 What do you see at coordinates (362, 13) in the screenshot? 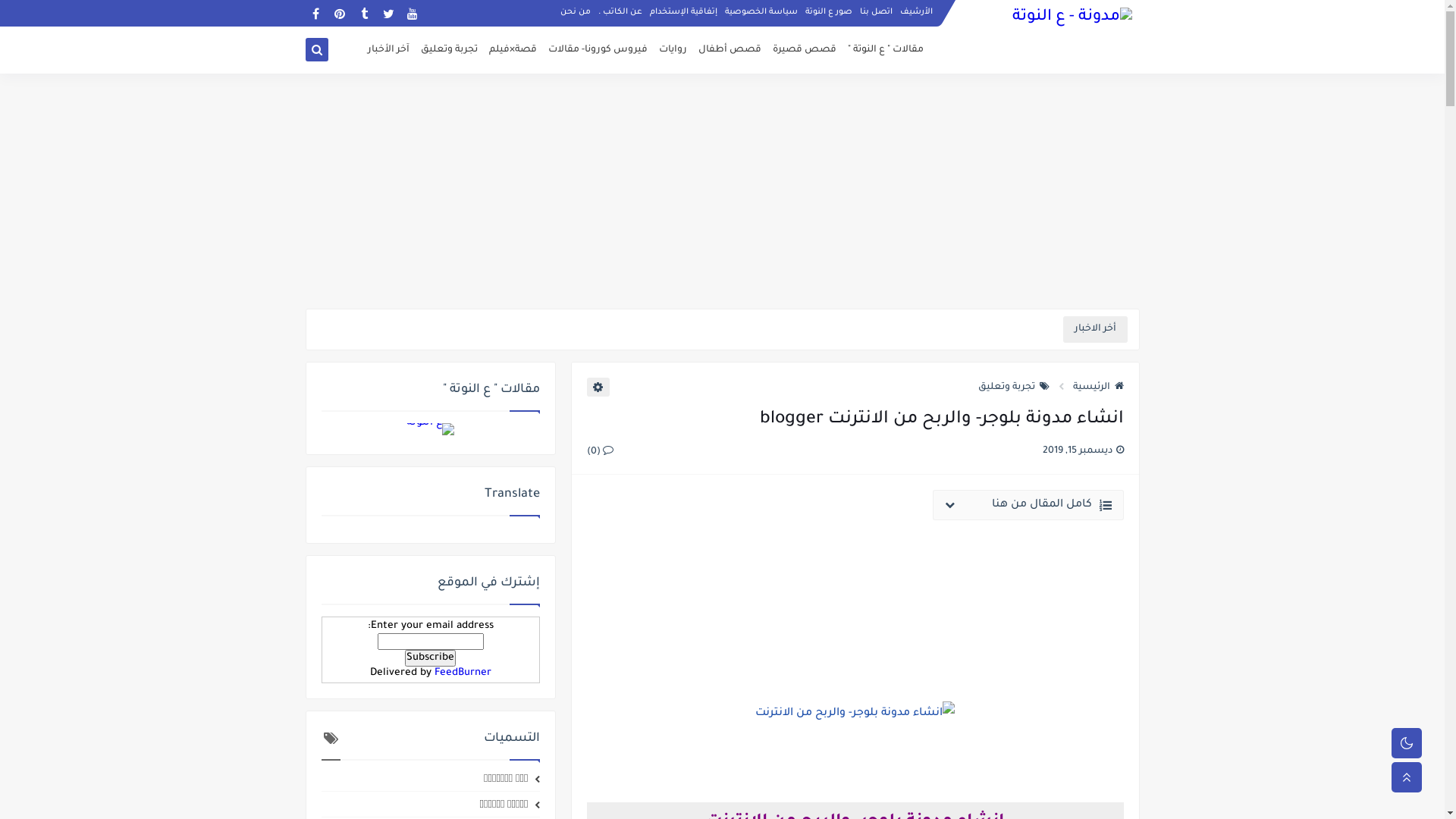
I see `'tumblr'` at bounding box center [362, 13].